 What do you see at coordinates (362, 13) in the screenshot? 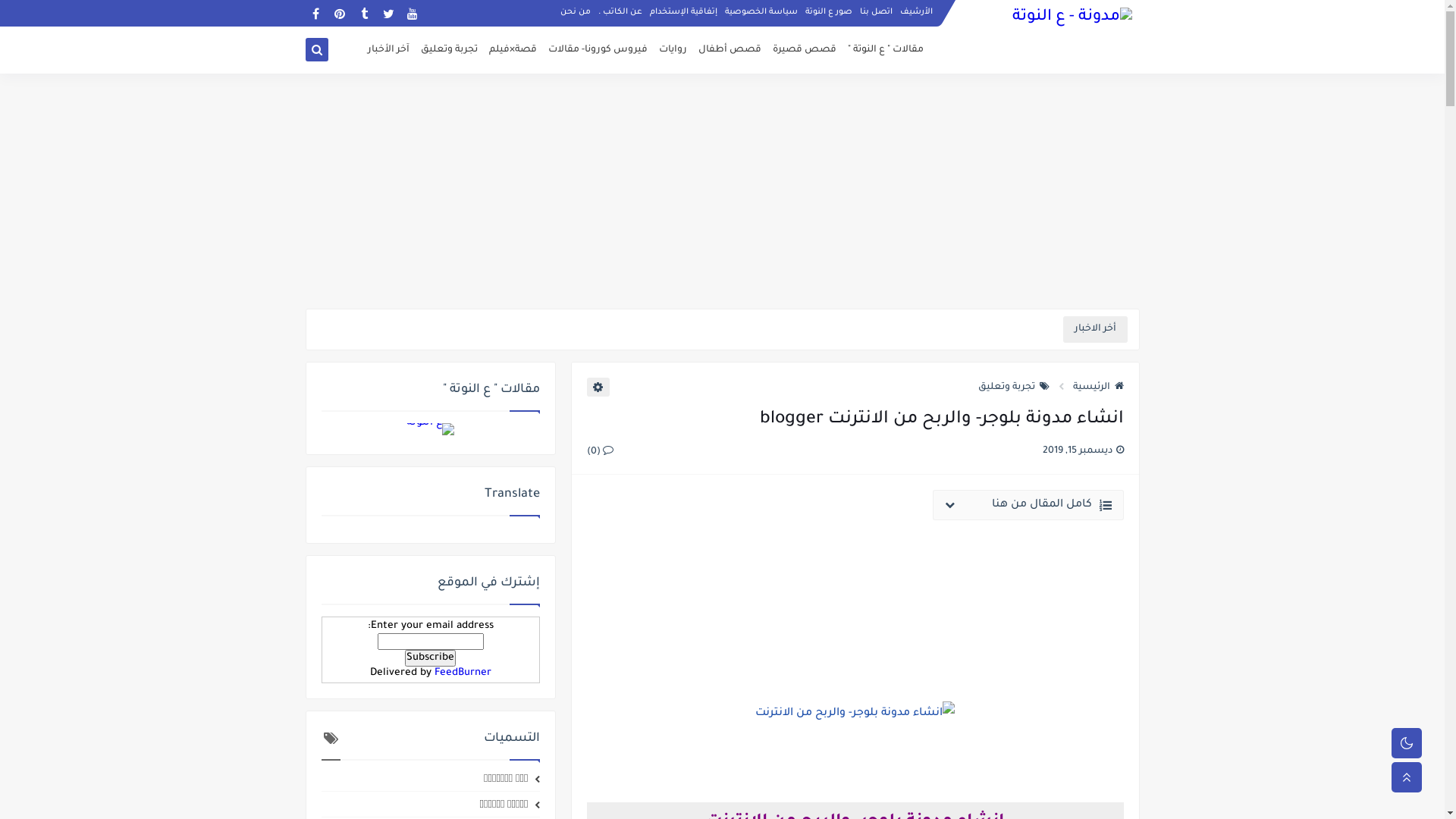
I see `'tumblr'` at bounding box center [362, 13].